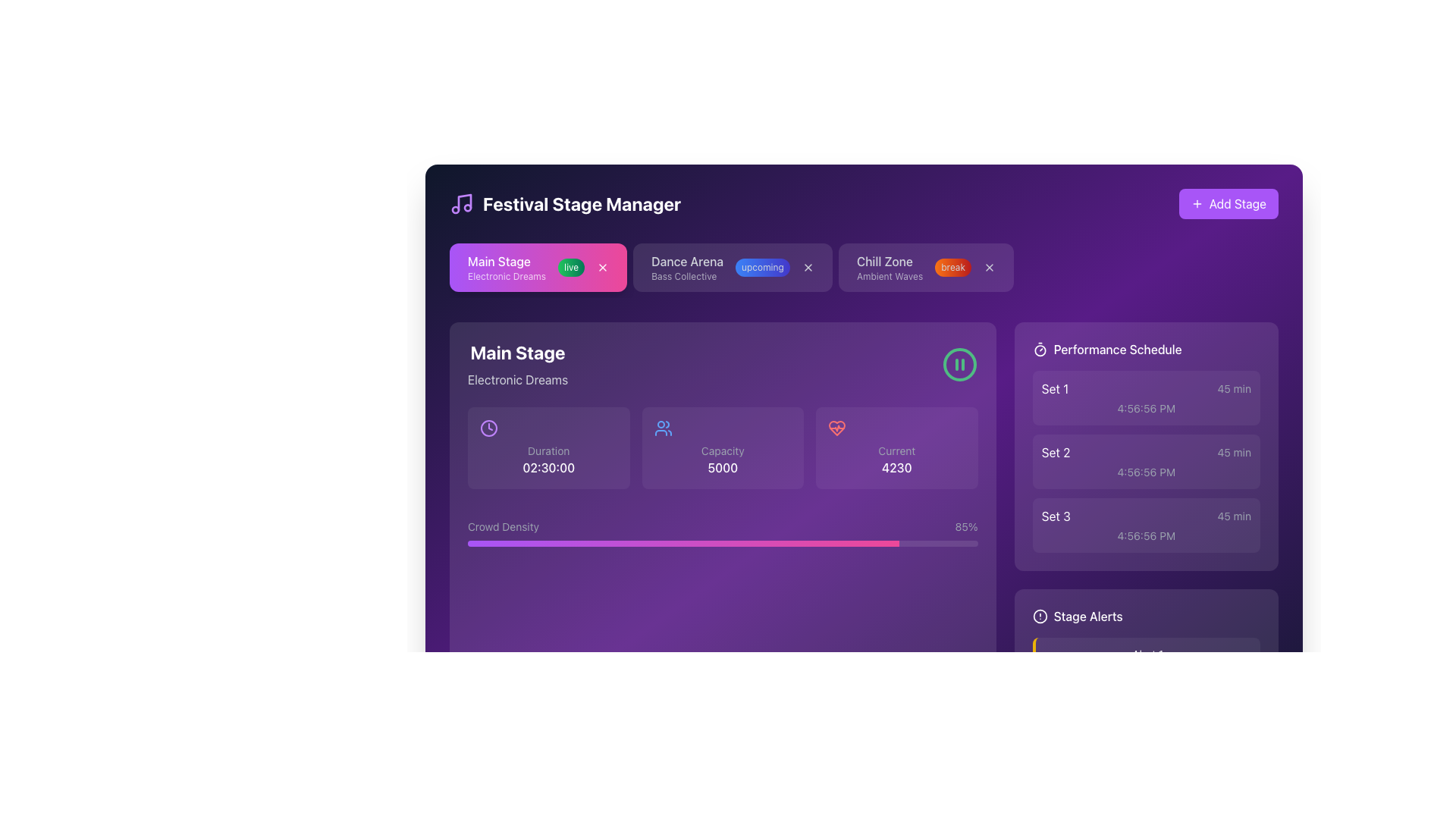  I want to click on the clock icon located in the leftmost sub-panel of the 'Main Stage' section, positioned above the 'Duration' label and before the numeric time '02:30:00', so click(488, 428).